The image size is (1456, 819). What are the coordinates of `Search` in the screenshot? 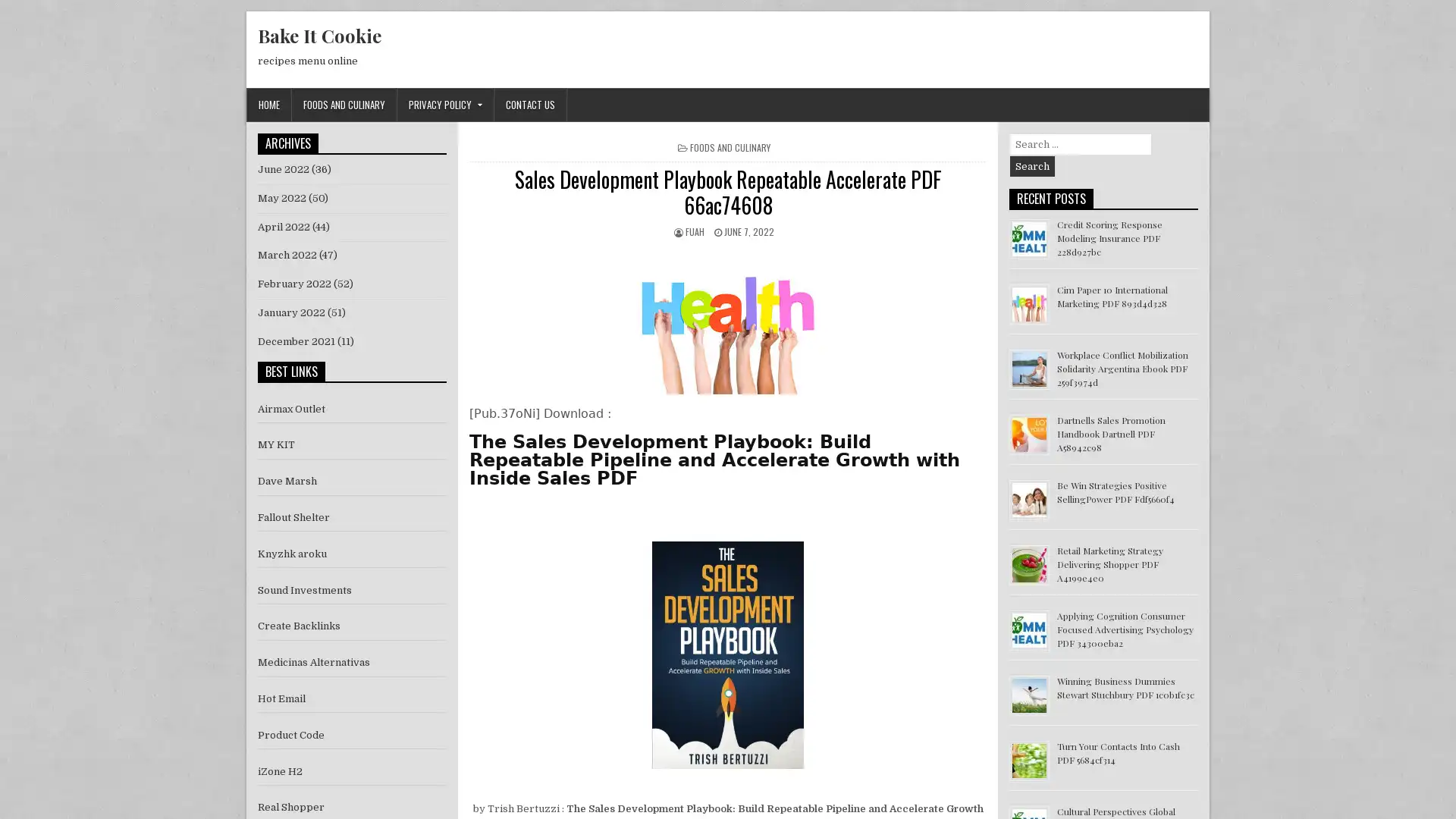 It's located at (1031, 166).